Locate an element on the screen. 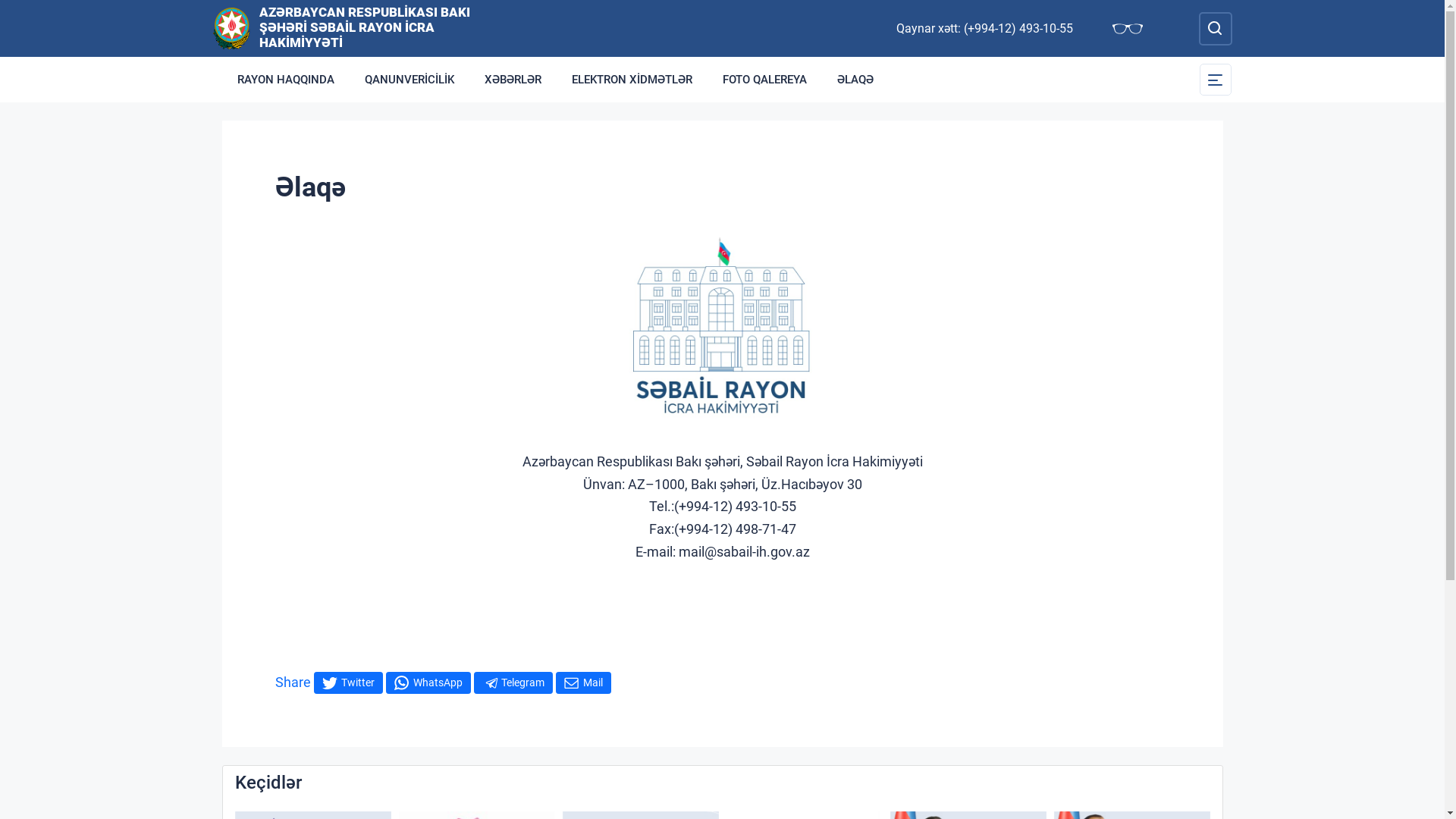 This screenshot has width=1456, height=819. 'Mail' is located at coordinates (582, 682).